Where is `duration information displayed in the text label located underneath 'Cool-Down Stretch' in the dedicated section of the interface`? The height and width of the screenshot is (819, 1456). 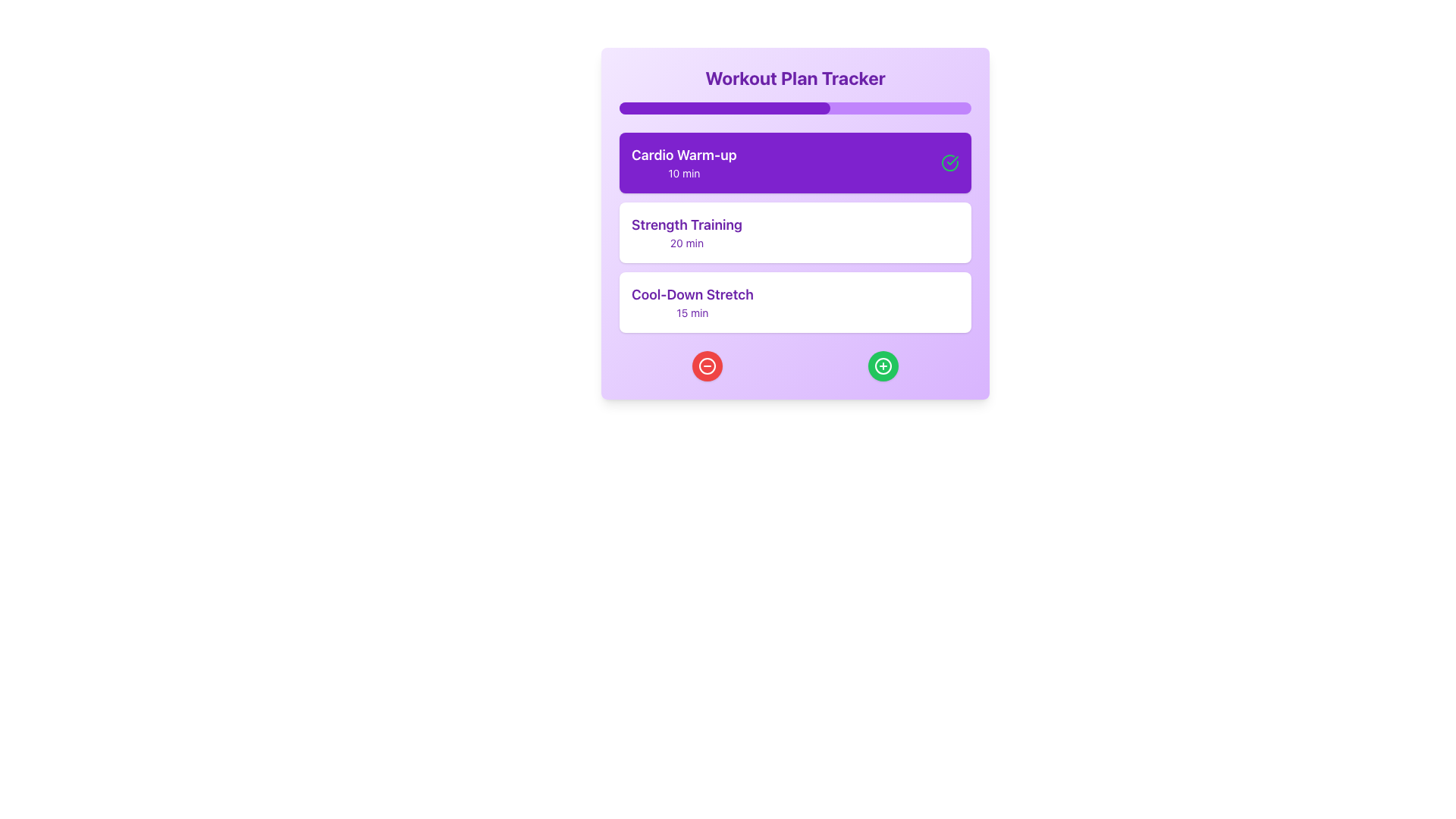
duration information displayed in the text label located underneath 'Cool-Down Stretch' in the dedicated section of the interface is located at coordinates (692, 312).